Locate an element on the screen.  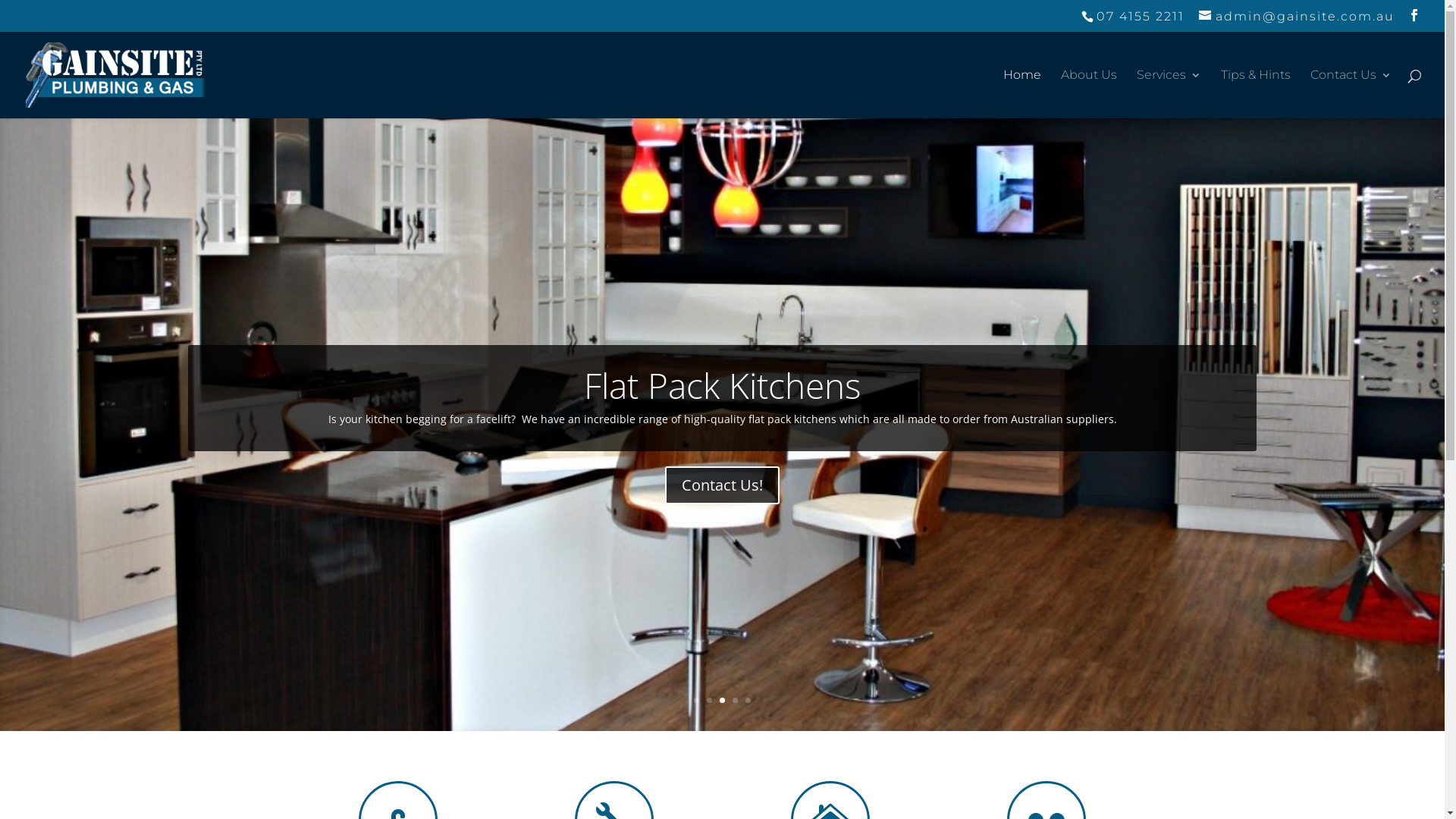
'Contact Us!' is located at coordinates (721, 485).